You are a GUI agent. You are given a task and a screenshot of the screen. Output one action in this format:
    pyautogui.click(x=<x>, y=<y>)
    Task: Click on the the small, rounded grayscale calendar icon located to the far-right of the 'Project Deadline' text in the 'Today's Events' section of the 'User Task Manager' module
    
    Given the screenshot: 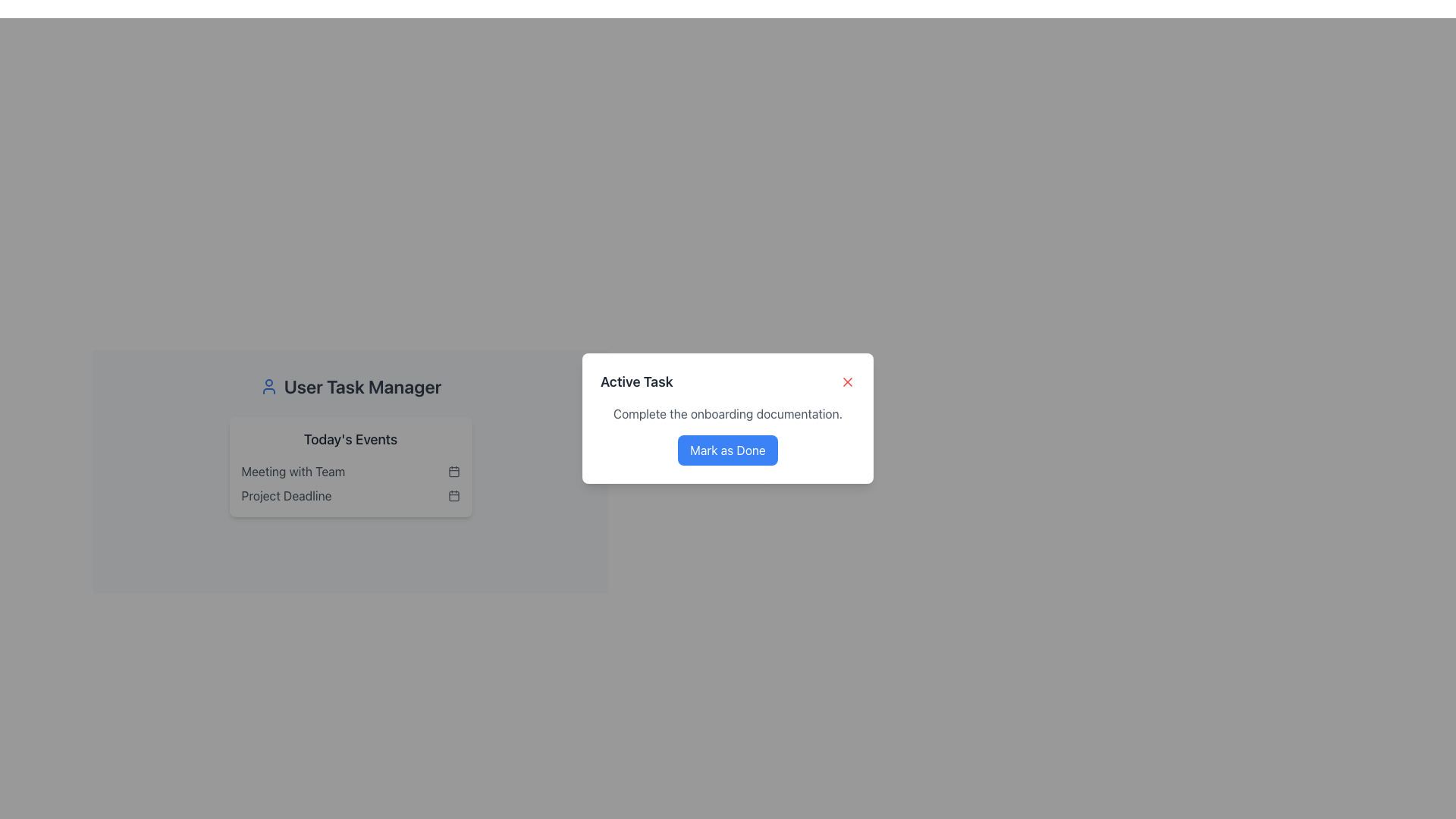 What is the action you would take?
    pyautogui.click(x=453, y=496)
    